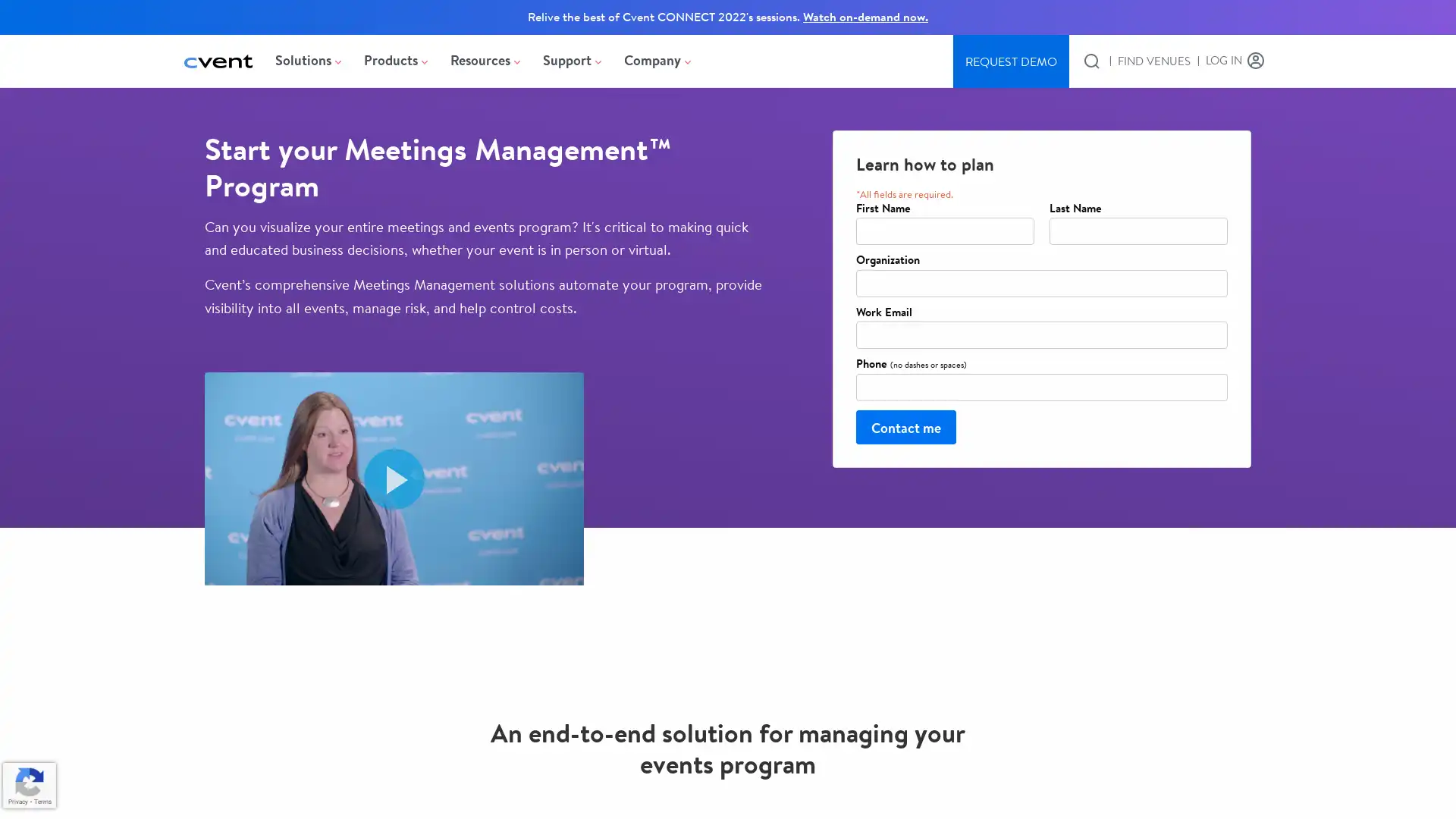  I want to click on Contact me, so click(906, 427).